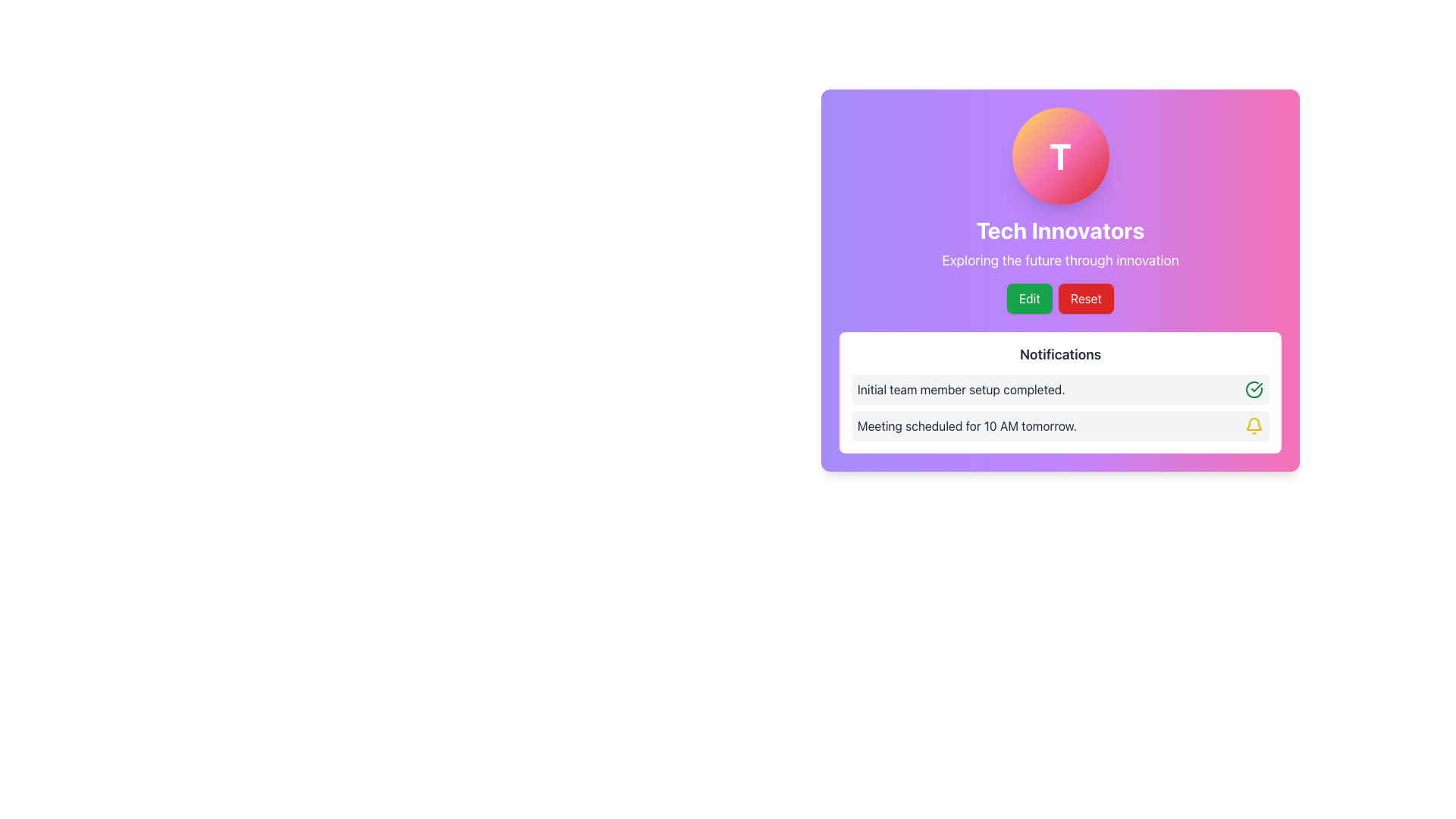 This screenshot has width=1456, height=819. What do you see at coordinates (1254, 388) in the screenshot?
I see `the success notification icon indicating 'Initial team member setup completed.' located in the Notifications section` at bounding box center [1254, 388].